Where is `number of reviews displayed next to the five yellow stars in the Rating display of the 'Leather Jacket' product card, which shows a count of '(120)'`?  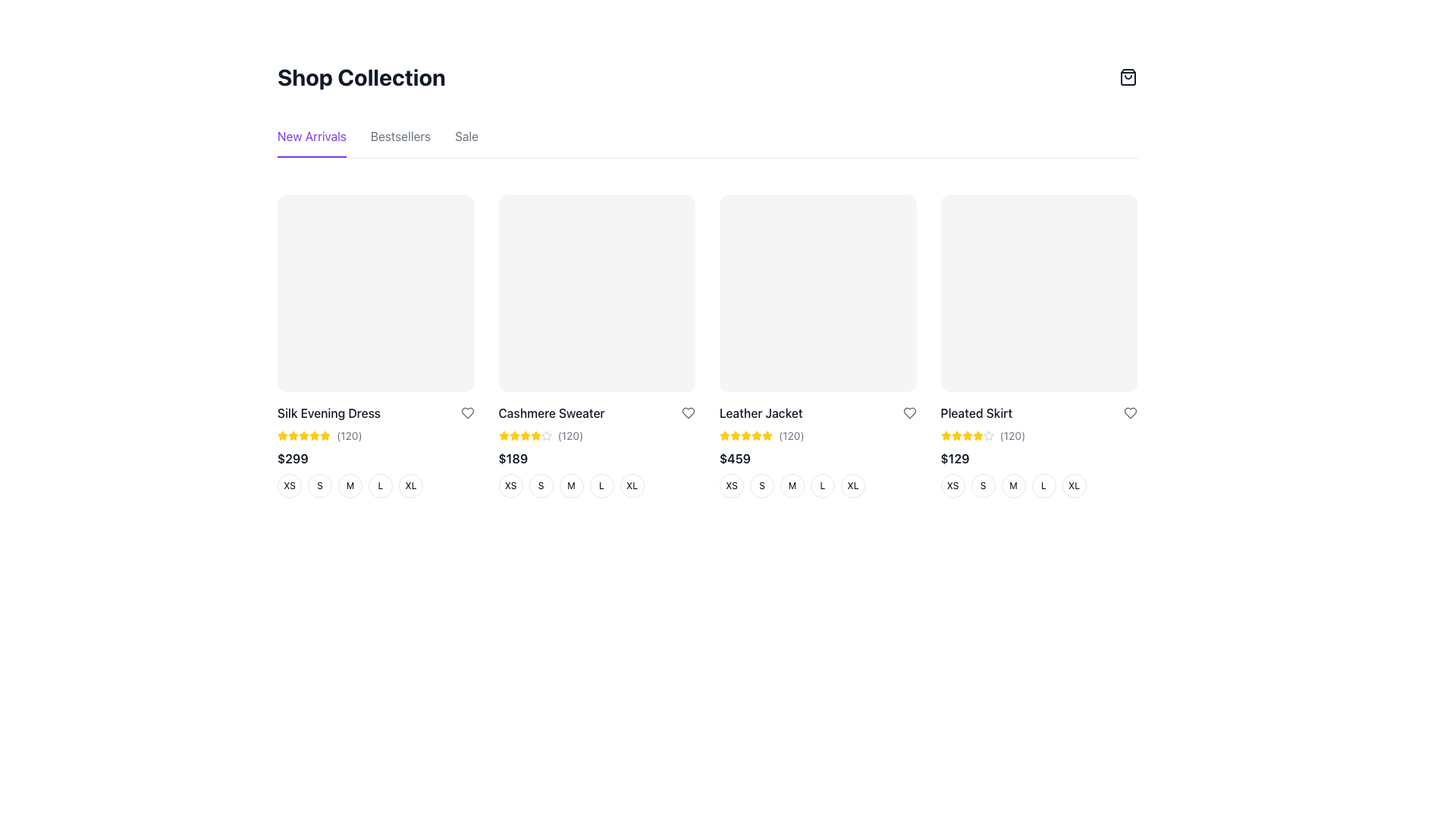 number of reviews displayed next to the five yellow stars in the Rating display of the 'Leather Jacket' product card, which shows a count of '(120)' is located at coordinates (817, 435).